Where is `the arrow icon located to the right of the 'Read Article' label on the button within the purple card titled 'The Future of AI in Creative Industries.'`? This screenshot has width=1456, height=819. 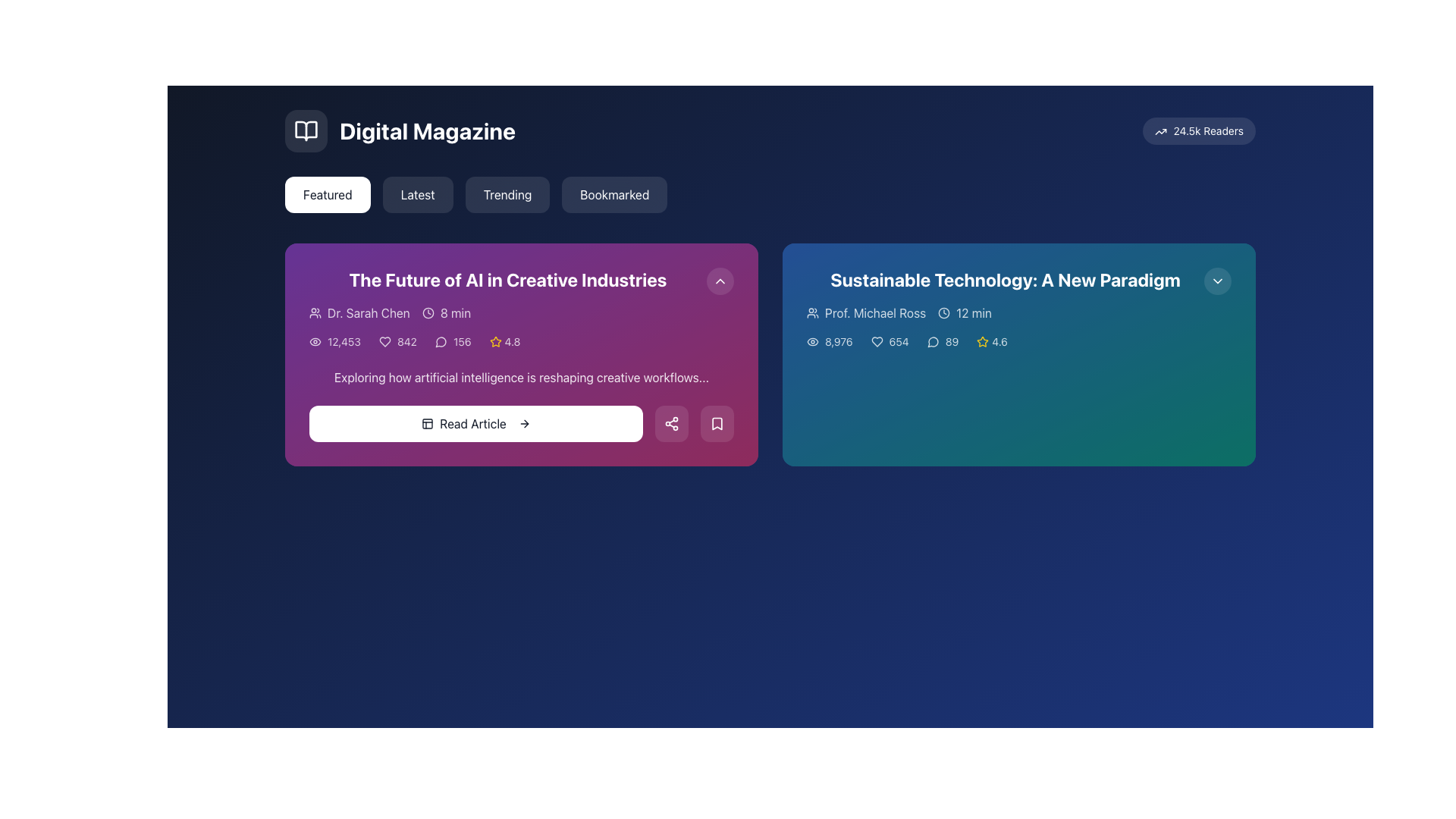
the arrow icon located to the right of the 'Read Article' label on the button within the purple card titled 'The Future of AI in Creative Industries.' is located at coordinates (524, 424).